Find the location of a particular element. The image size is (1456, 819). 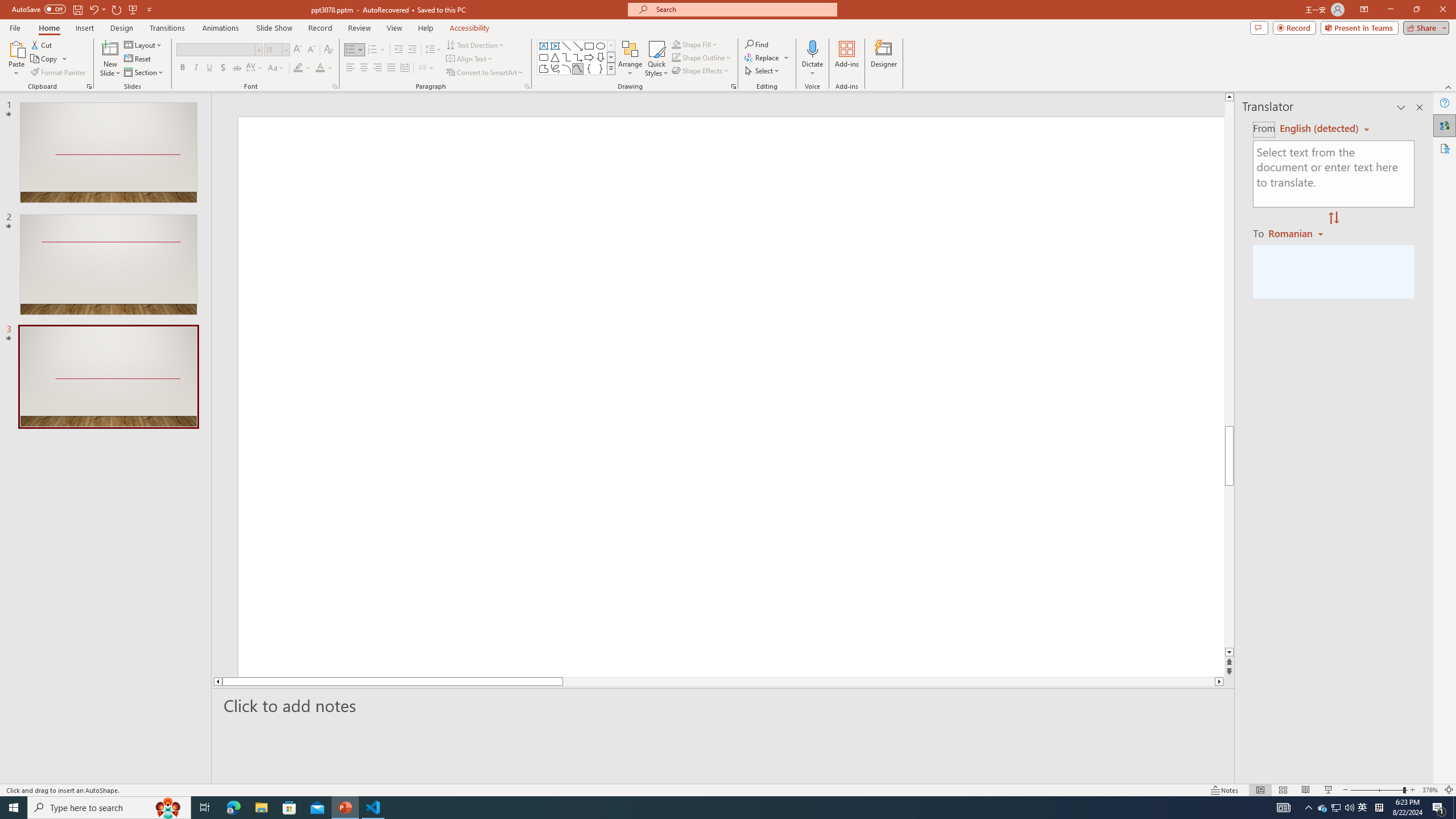

'Design' is located at coordinates (122, 28).